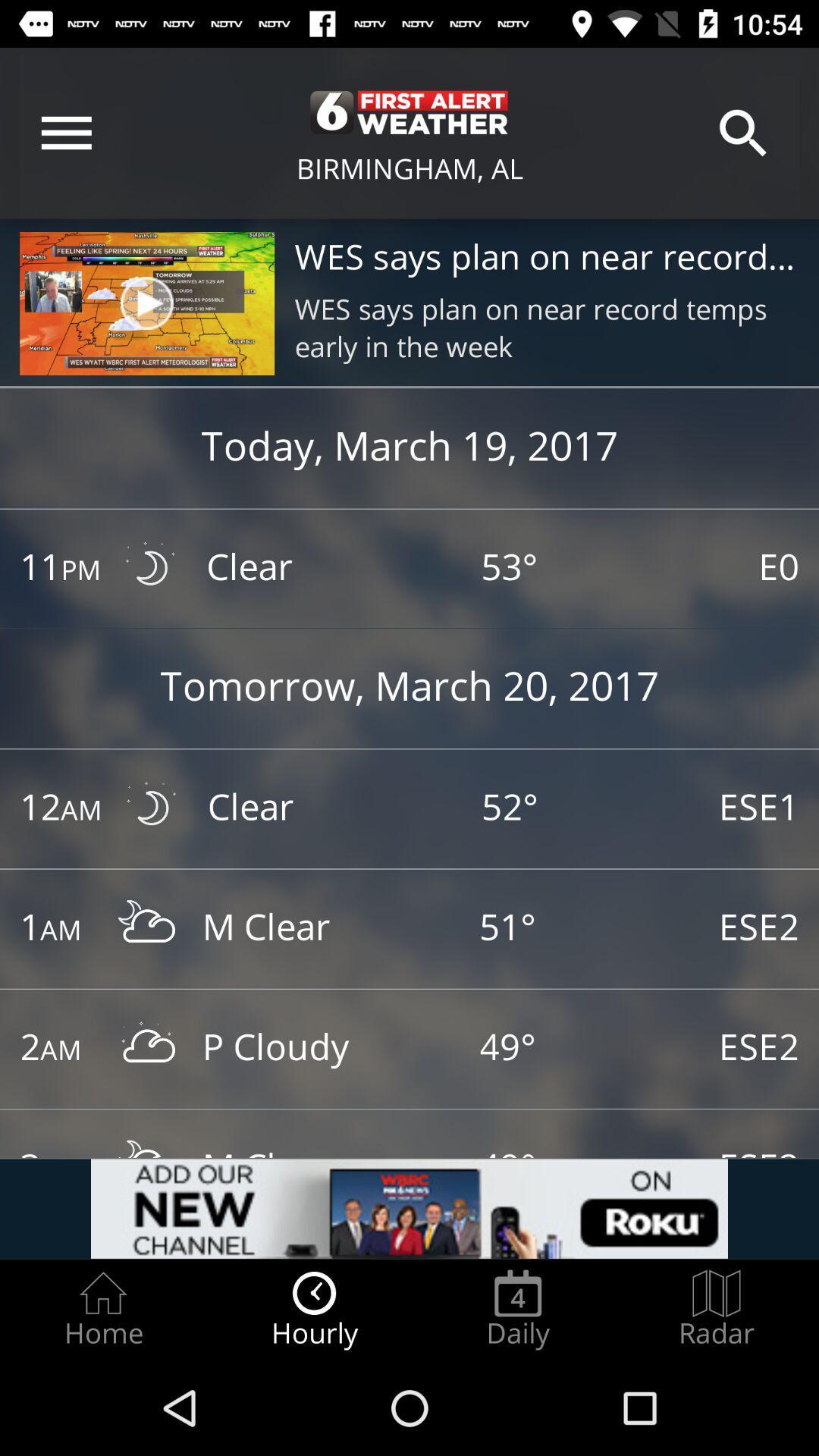  Describe the element at coordinates (717, 1309) in the screenshot. I see `the radio button next to daily radio button` at that location.